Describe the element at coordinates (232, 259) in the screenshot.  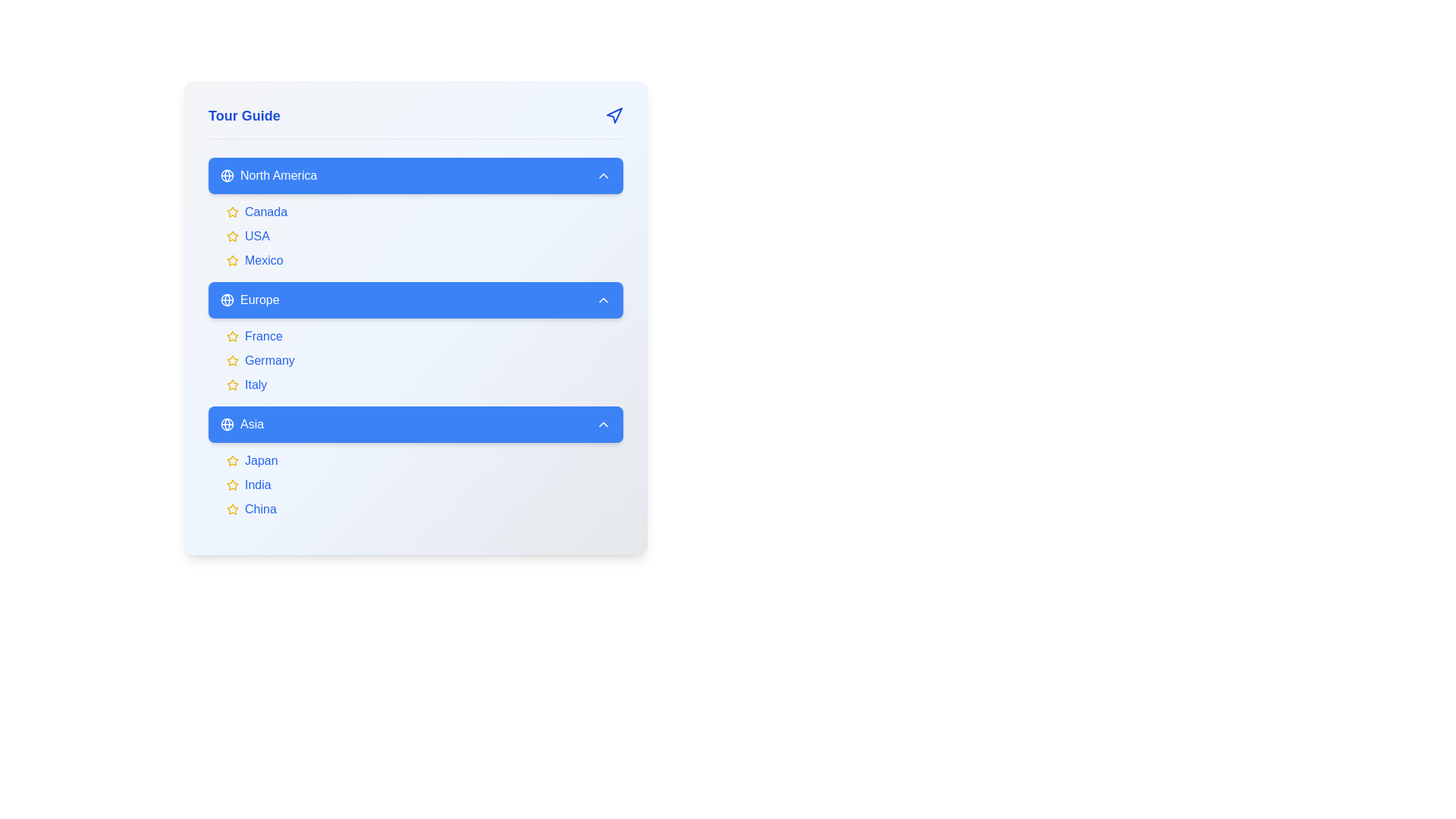
I see `the star icon representing 'Mexico' in the 'North America' section of the interface` at that location.